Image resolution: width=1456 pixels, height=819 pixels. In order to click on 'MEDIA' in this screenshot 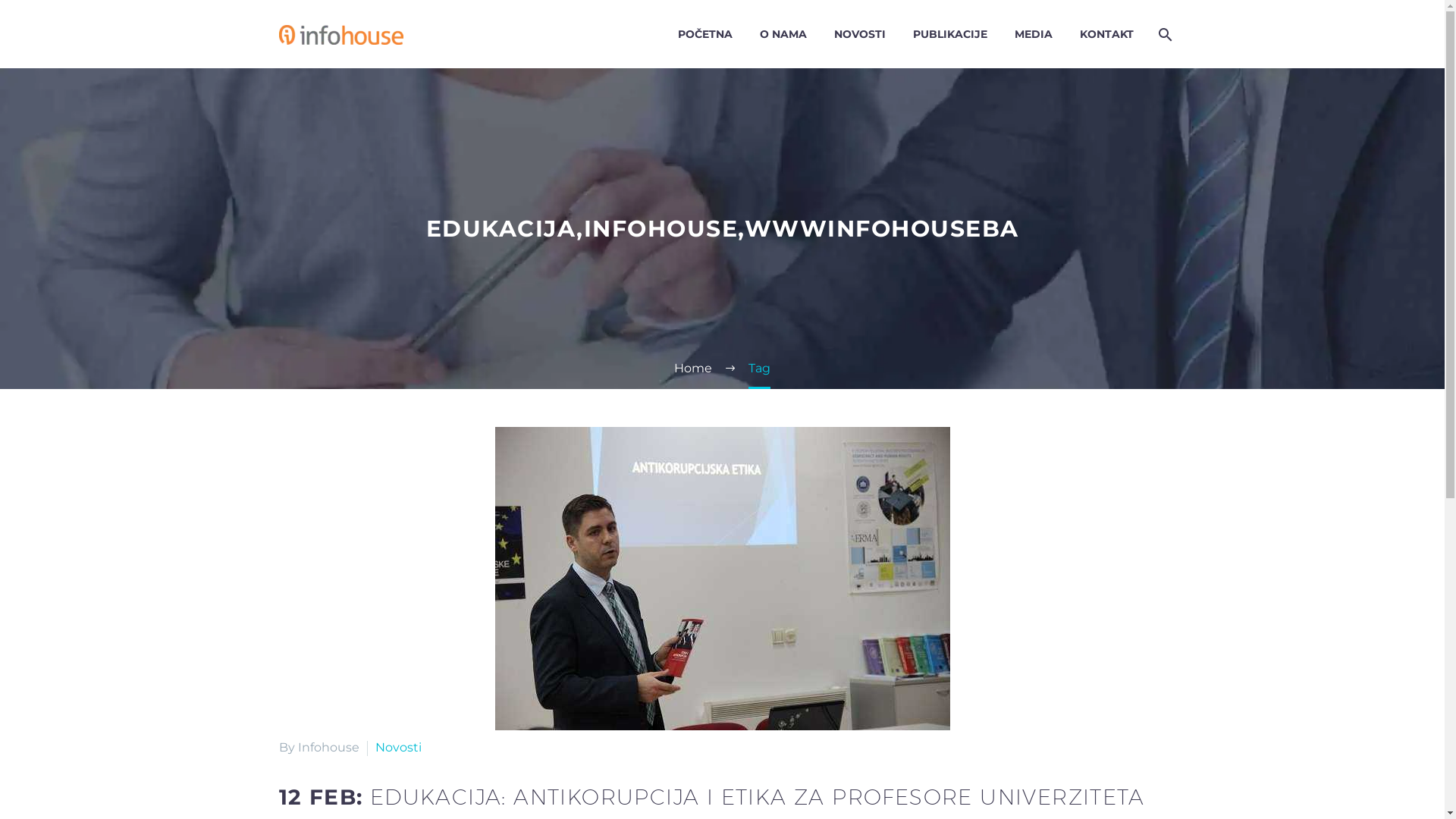, I will do `click(1002, 34)`.